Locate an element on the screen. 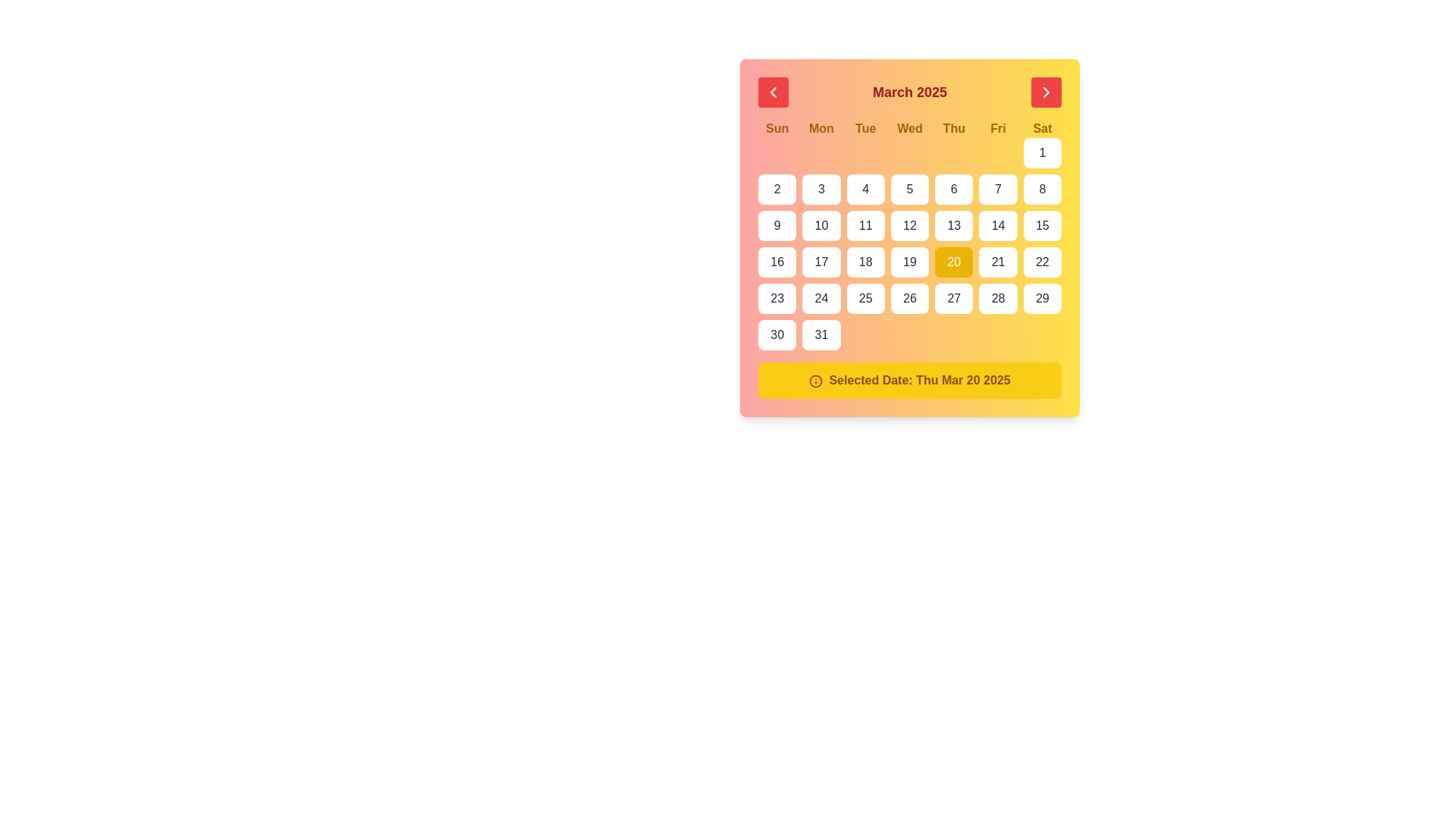  the Text label that represents Sundays in the calendar, positioned as the first element in the week day headers is located at coordinates (777, 127).